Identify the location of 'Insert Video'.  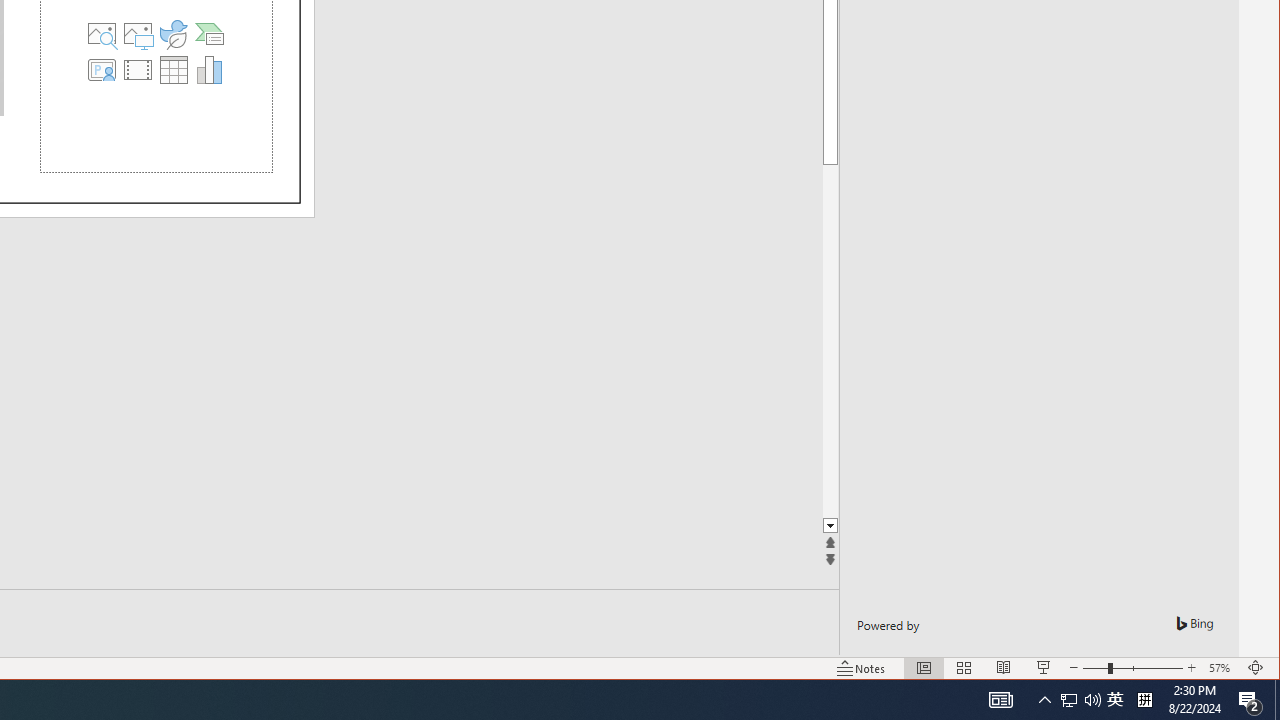
(136, 68).